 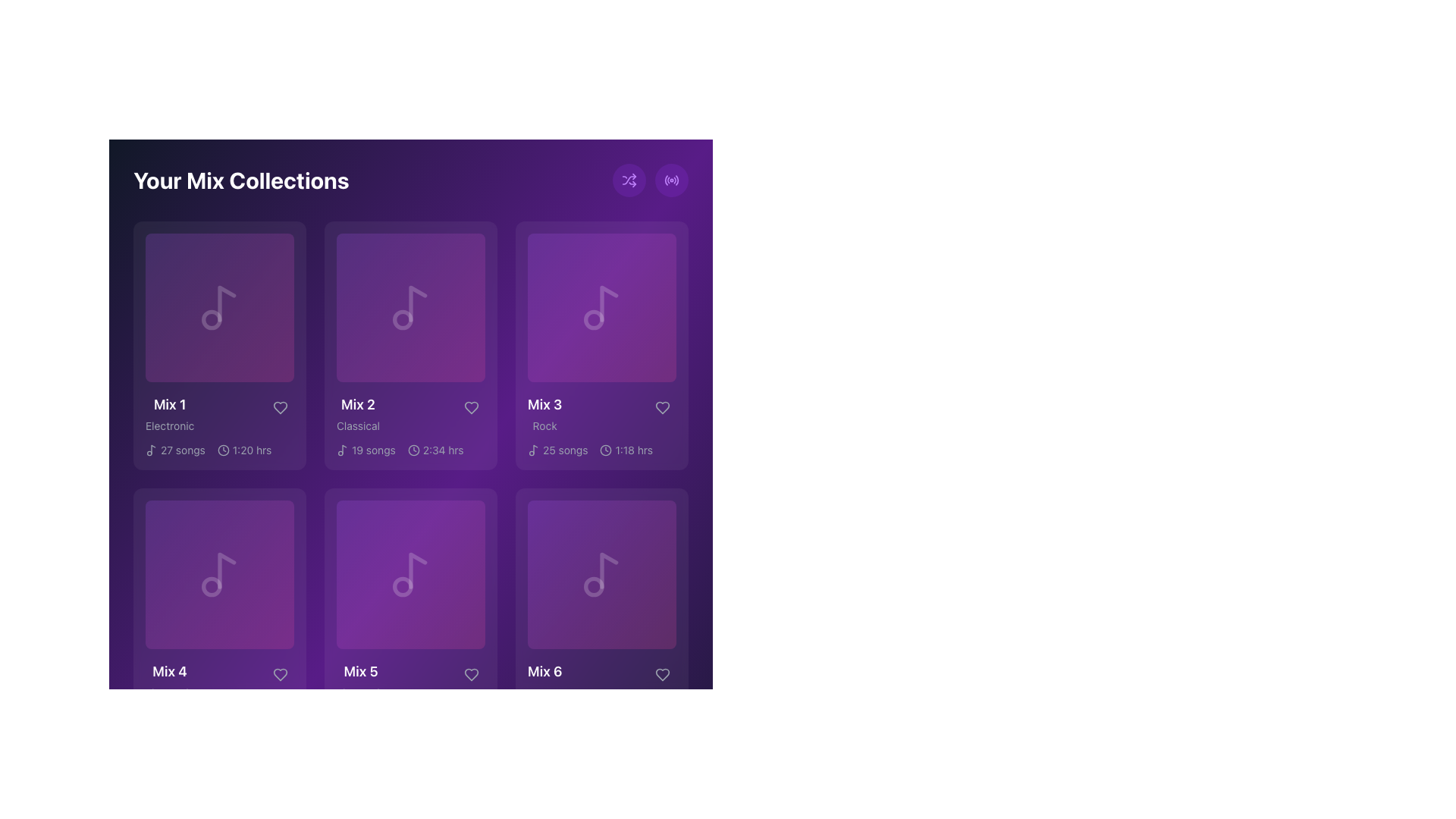 What do you see at coordinates (393, 776) in the screenshot?
I see `the rounded button labeled '2' located at the bottom center of the interface to trigger interaction effects` at bounding box center [393, 776].